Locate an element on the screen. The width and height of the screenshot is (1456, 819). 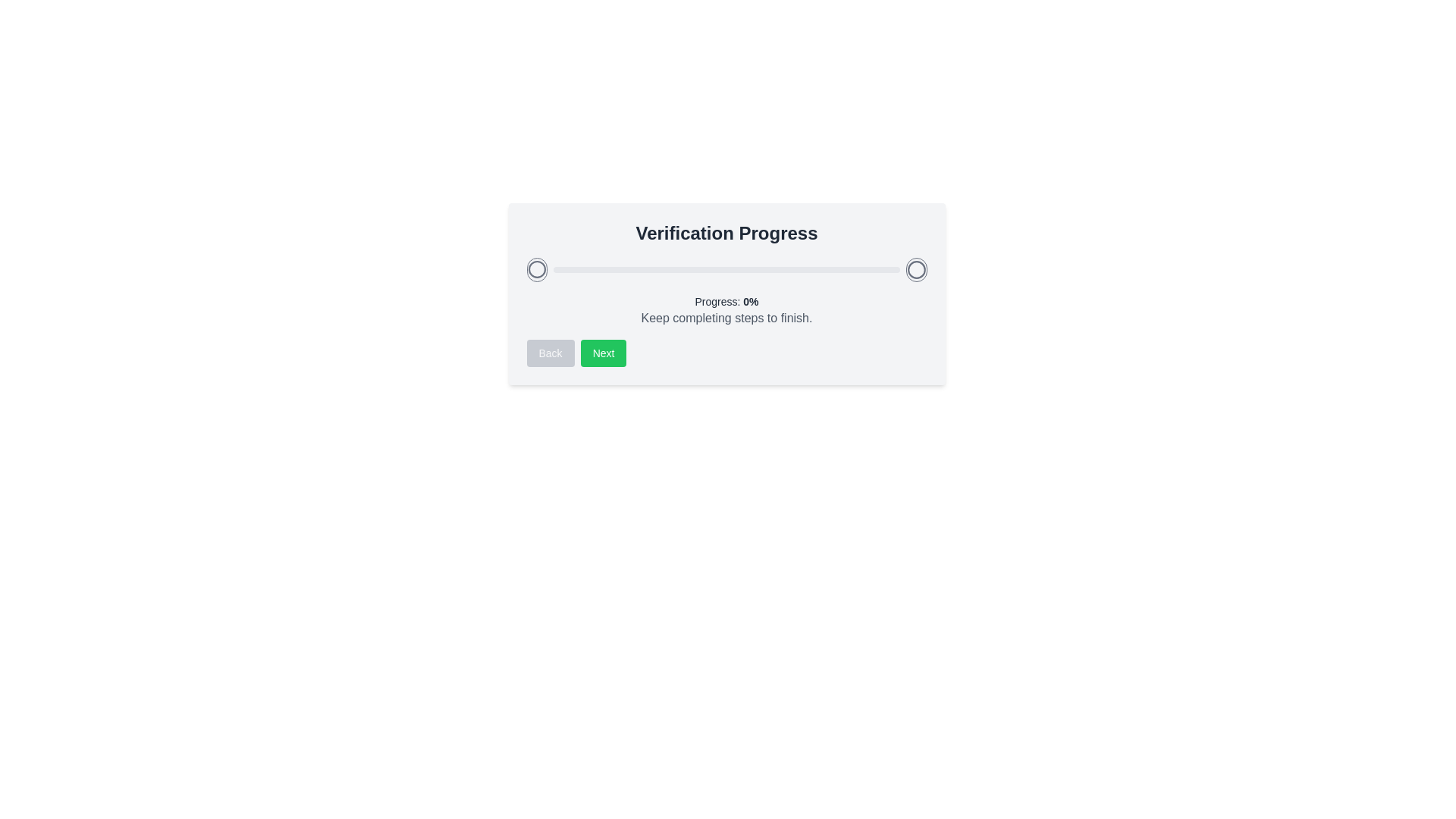
the static text display that prompts the user to continue progressing through the steps, positioned below the progress indicator text and above the action buttons is located at coordinates (726, 318).